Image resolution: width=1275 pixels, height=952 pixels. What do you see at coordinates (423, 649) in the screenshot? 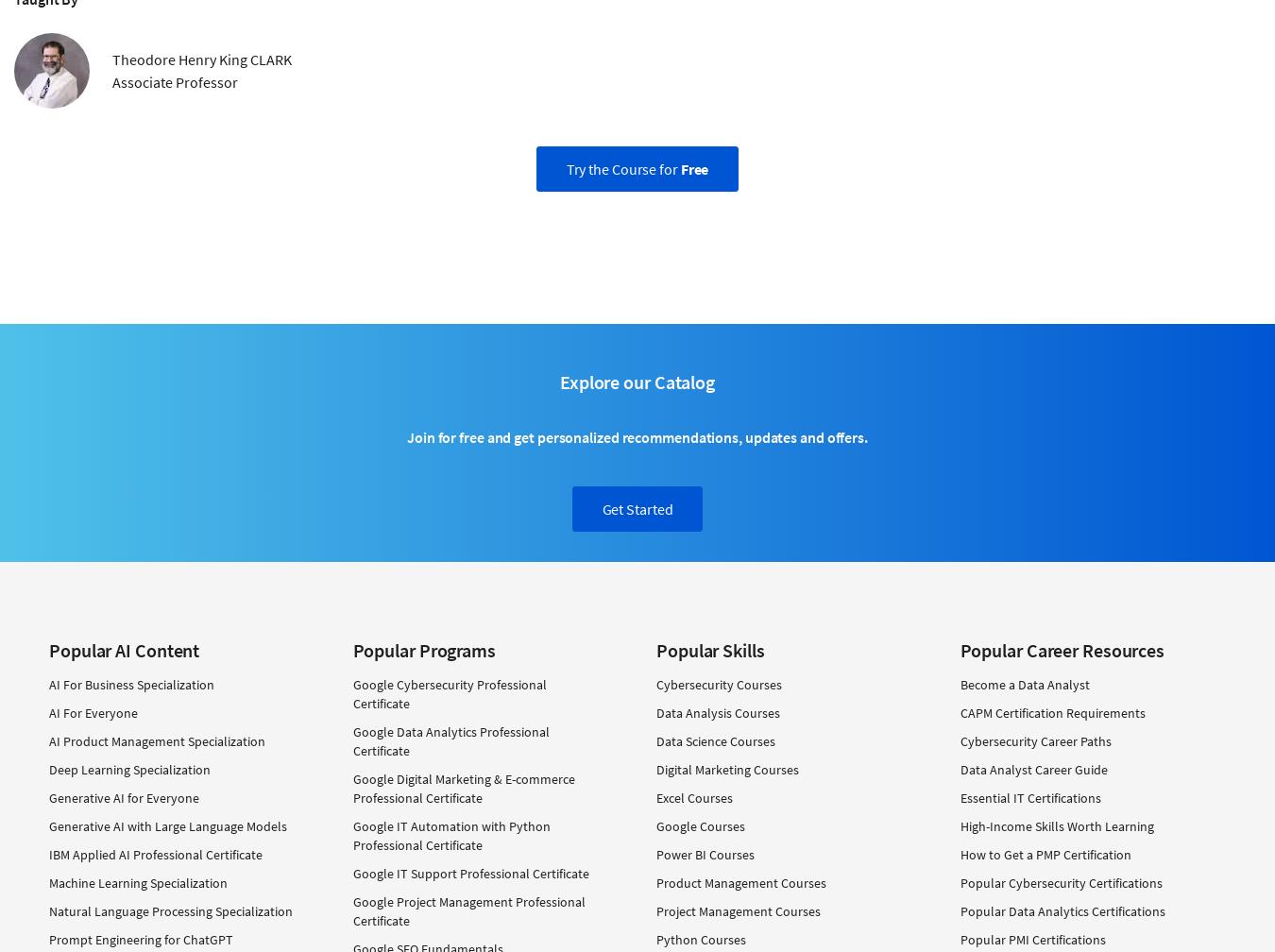
I see `'Popular Programs'` at bounding box center [423, 649].